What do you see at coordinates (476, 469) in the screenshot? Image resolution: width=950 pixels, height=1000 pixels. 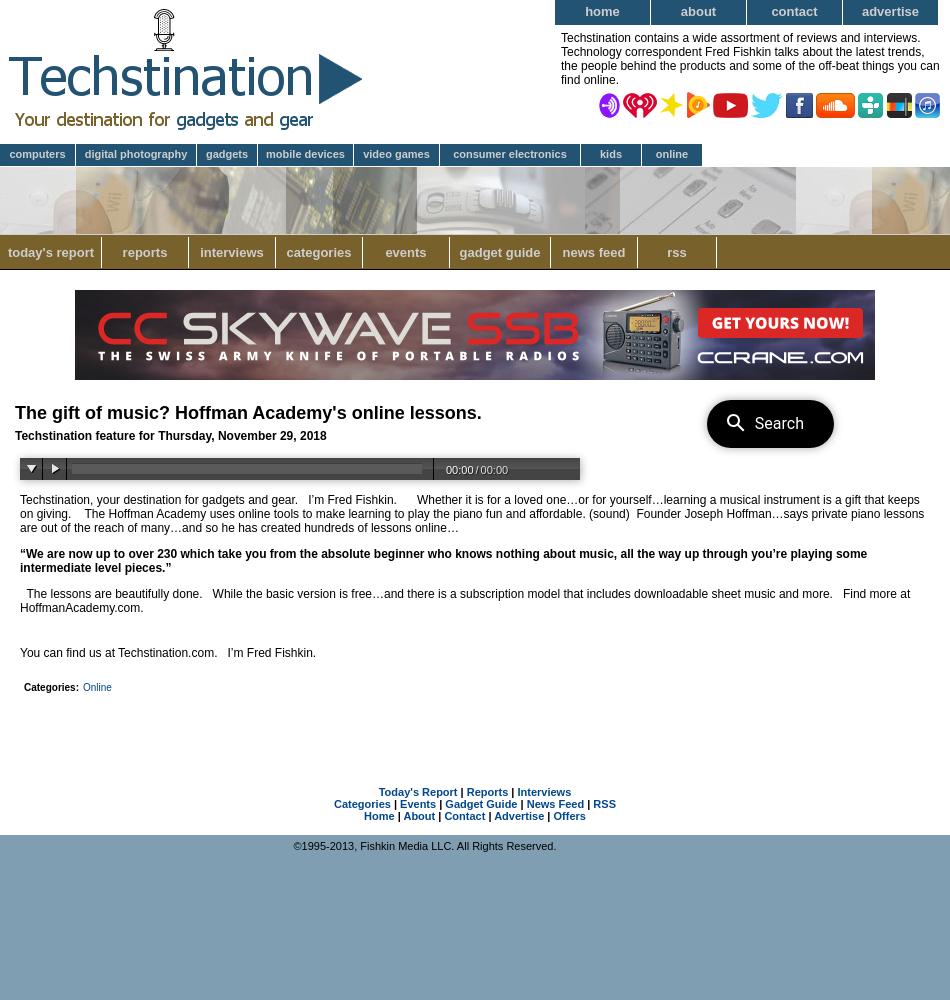 I see `'/'` at bounding box center [476, 469].